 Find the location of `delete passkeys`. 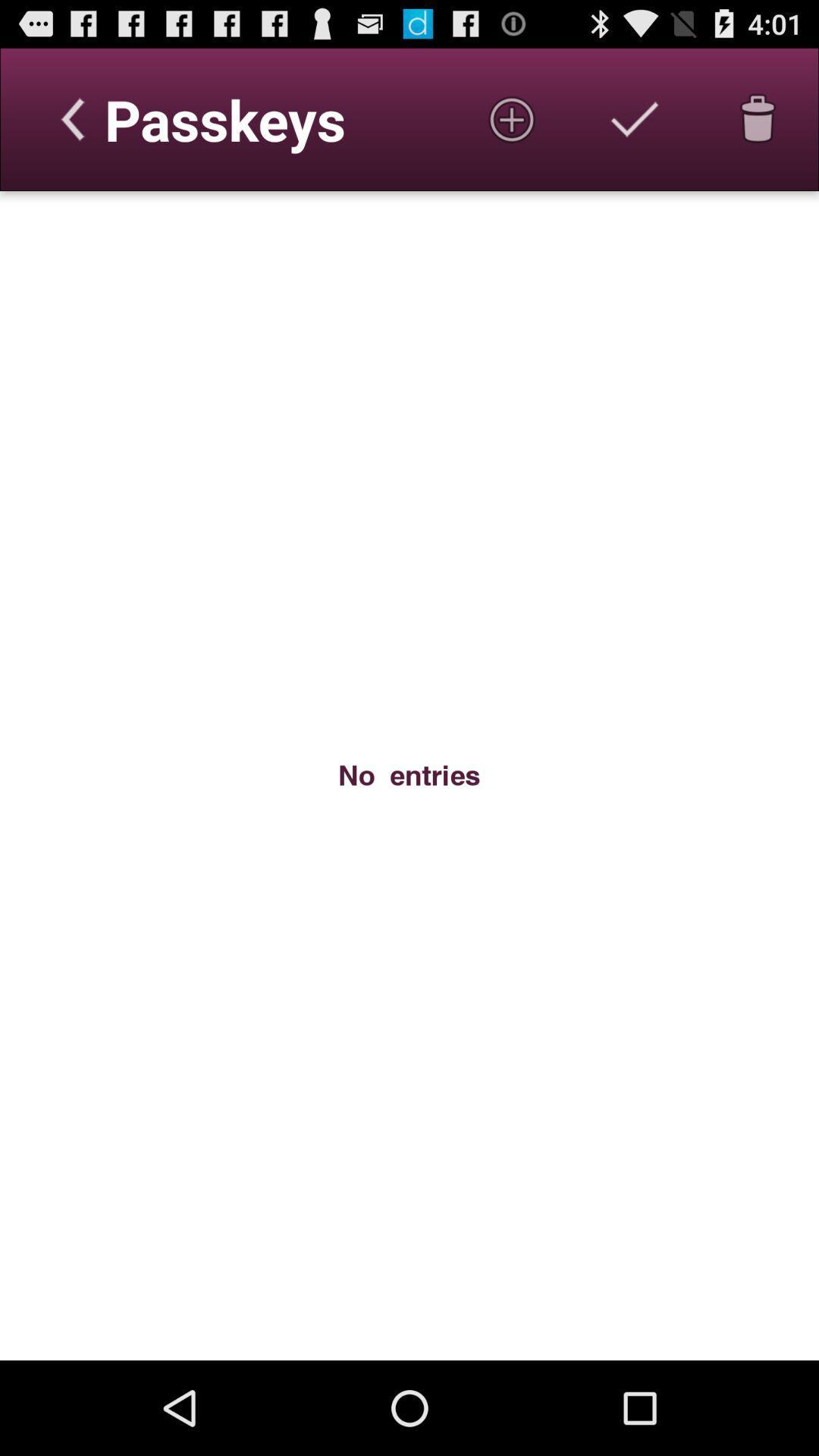

delete passkeys is located at coordinates (758, 118).